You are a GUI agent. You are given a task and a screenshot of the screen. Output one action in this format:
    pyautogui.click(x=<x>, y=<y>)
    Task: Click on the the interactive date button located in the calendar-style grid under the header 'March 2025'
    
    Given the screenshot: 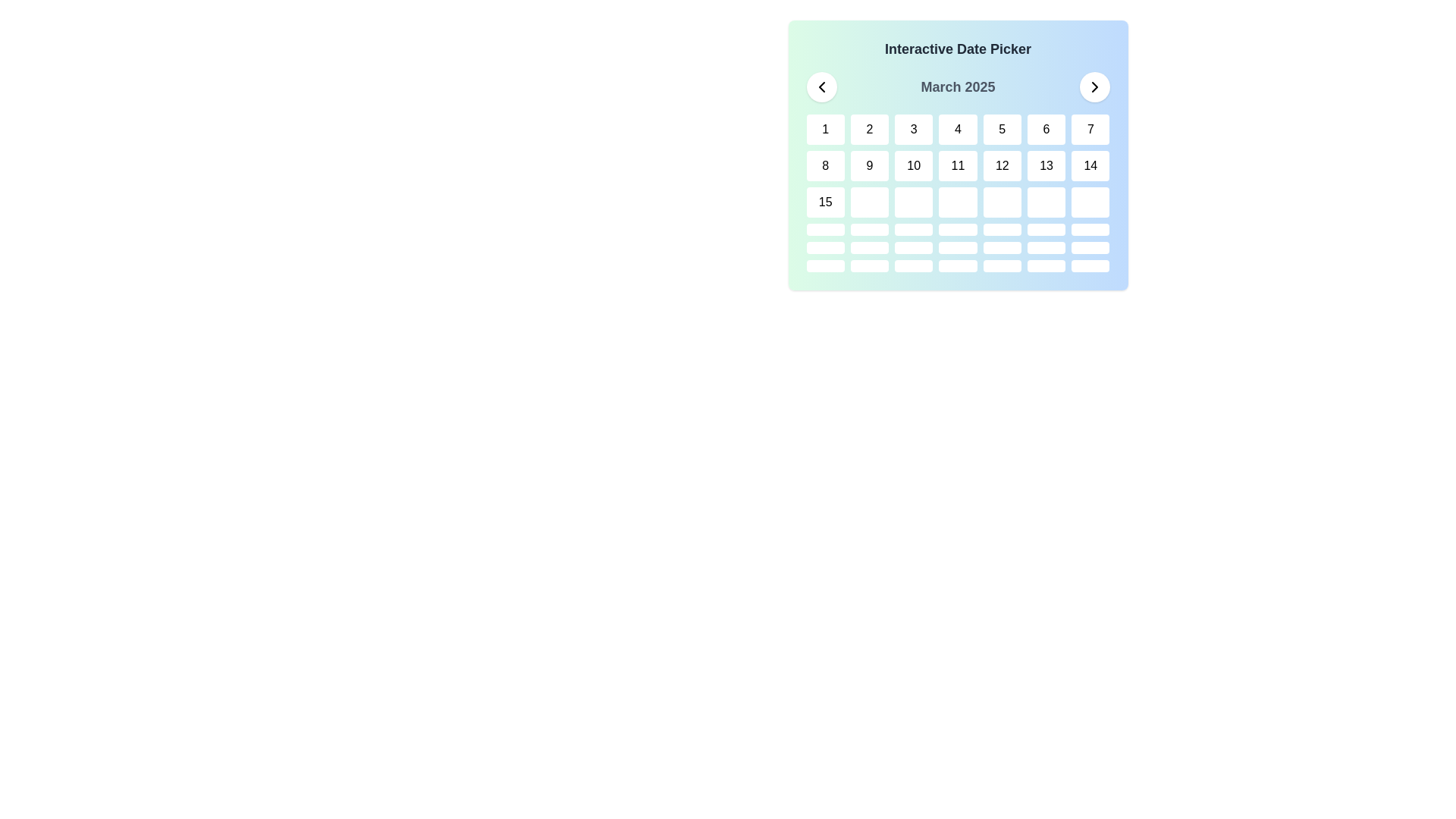 What is the action you would take?
    pyautogui.click(x=913, y=247)
    